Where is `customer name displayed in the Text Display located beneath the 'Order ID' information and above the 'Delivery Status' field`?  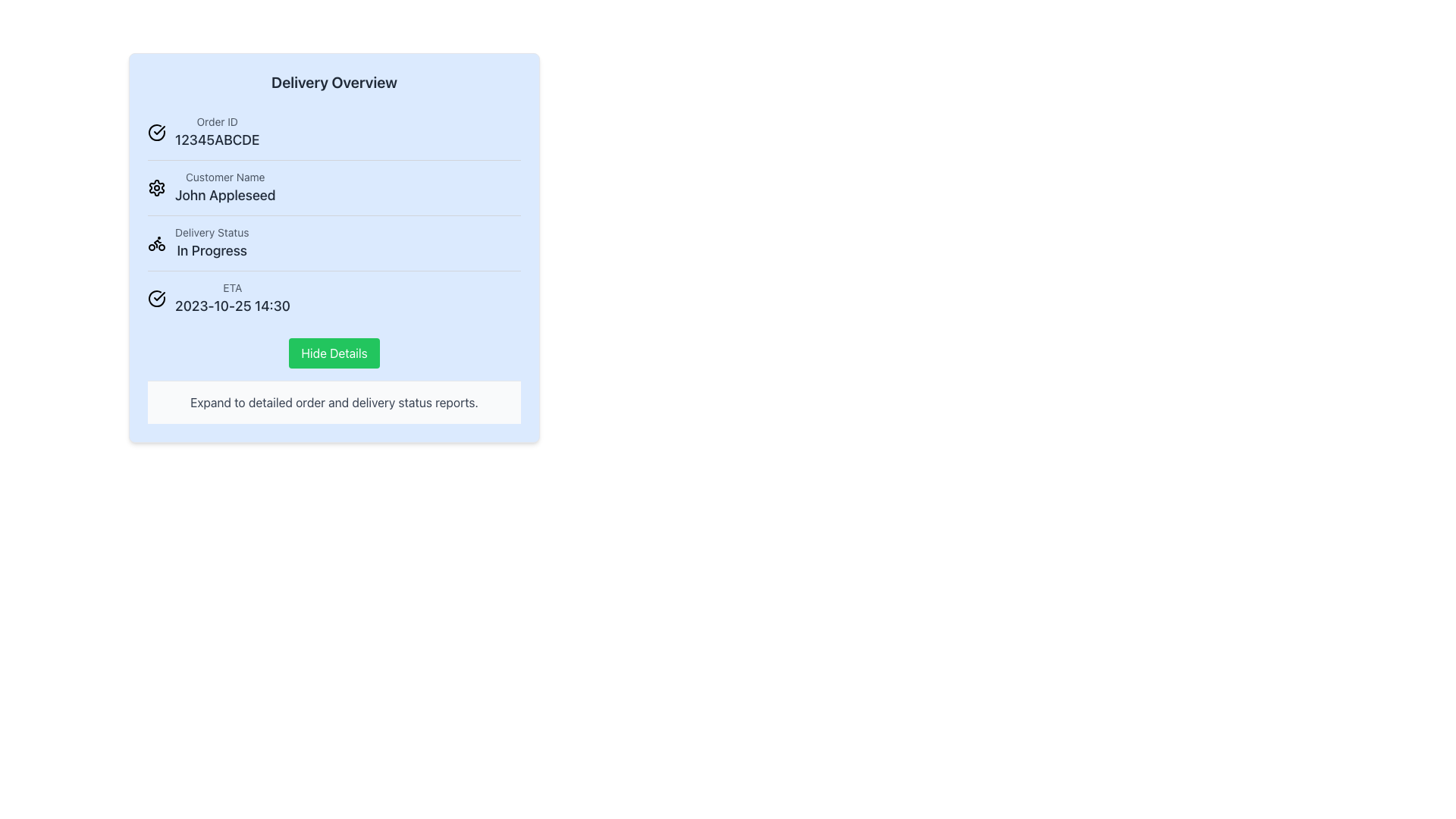
customer name displayed in the Text Display located beneath the 'Order ID' information and above the 'Delivery Status' field is located at coordinates (224, 187).